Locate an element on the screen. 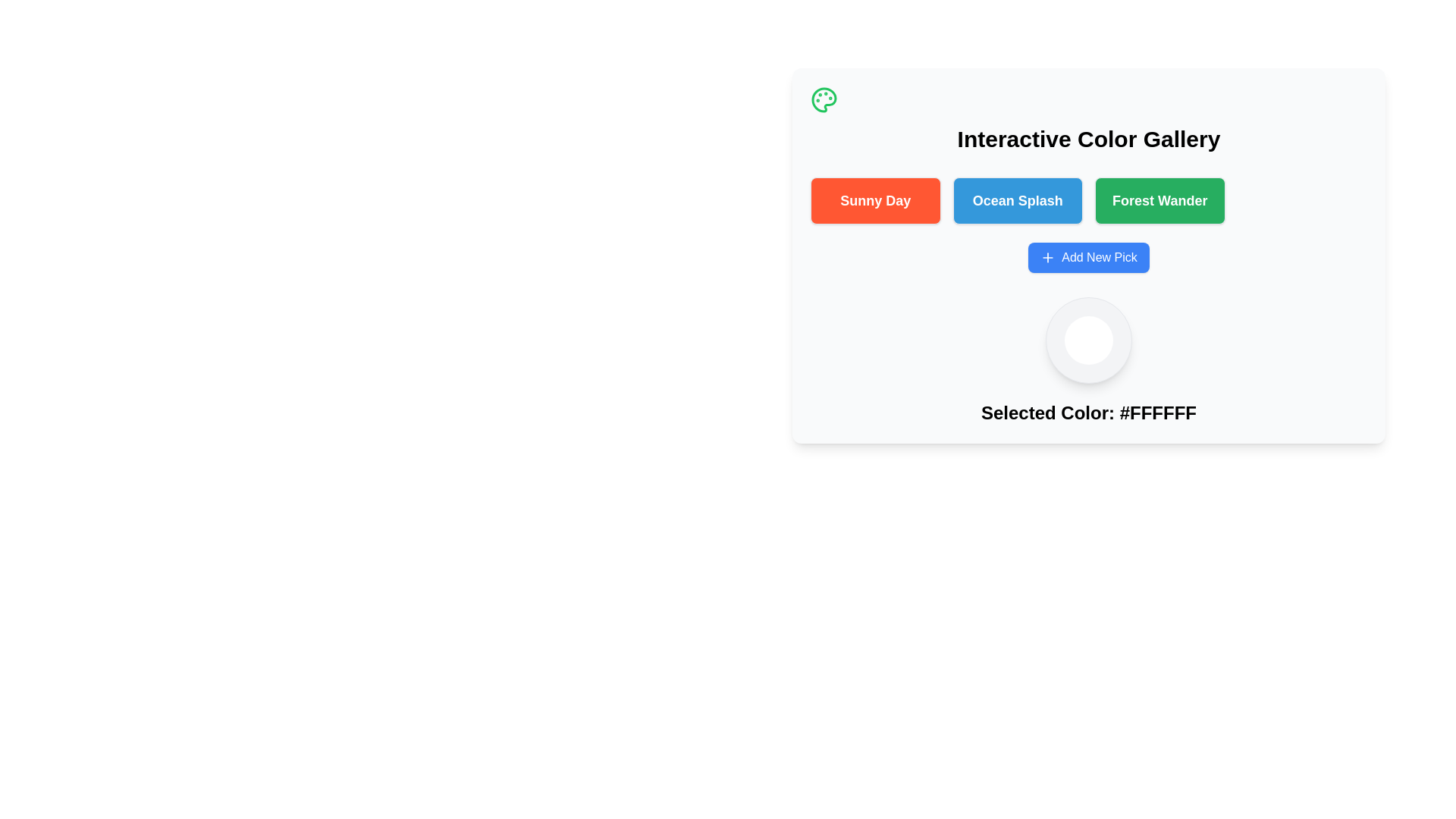 This screenshot has width=1456, height=819. the button labeled 'Ocean Splash', which is a rectangular, rounded button with a light blue background and bold white text is located at coordinates (1018, 200).